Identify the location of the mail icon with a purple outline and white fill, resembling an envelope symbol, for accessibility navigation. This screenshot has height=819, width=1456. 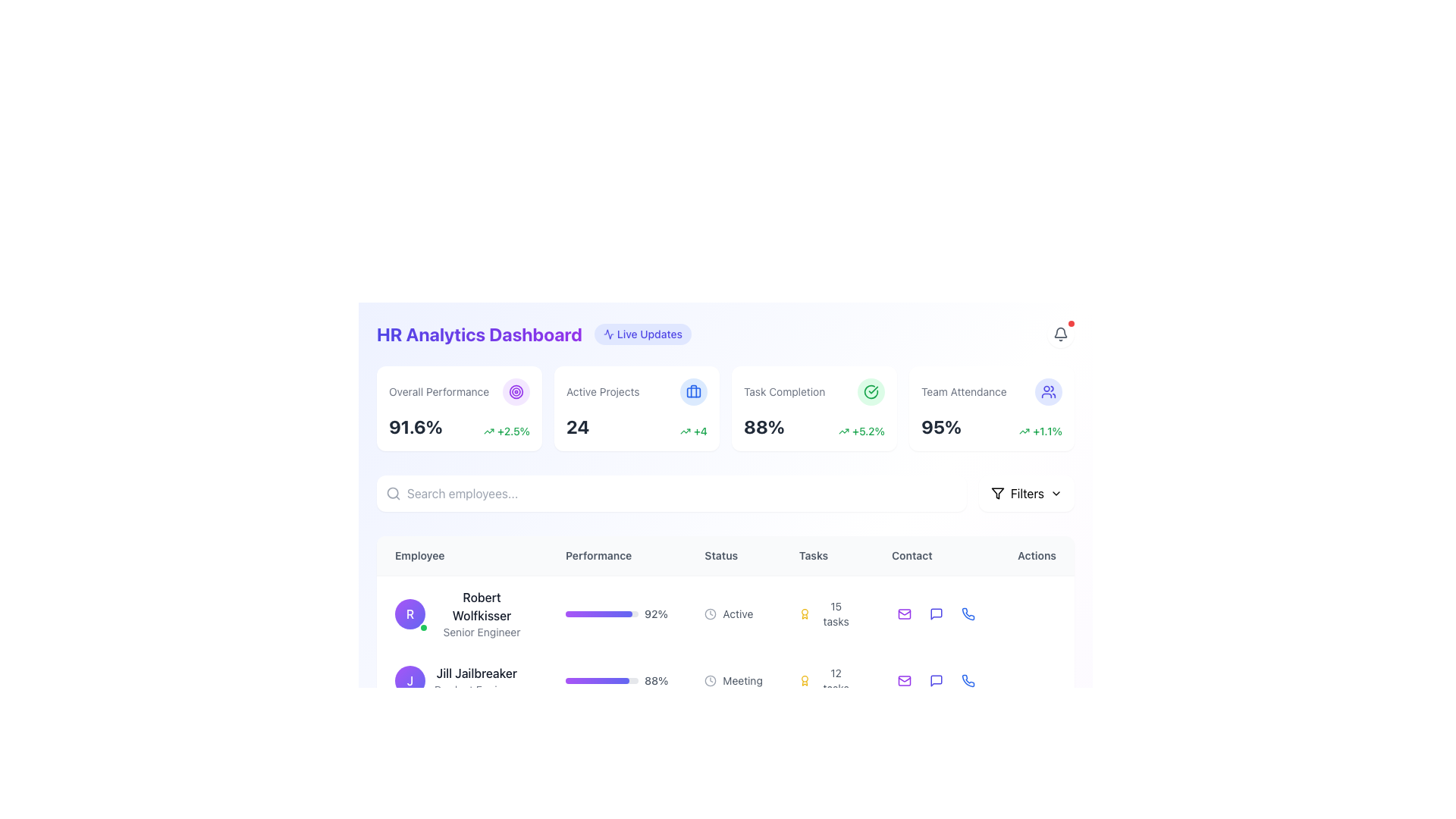
(905, 680).